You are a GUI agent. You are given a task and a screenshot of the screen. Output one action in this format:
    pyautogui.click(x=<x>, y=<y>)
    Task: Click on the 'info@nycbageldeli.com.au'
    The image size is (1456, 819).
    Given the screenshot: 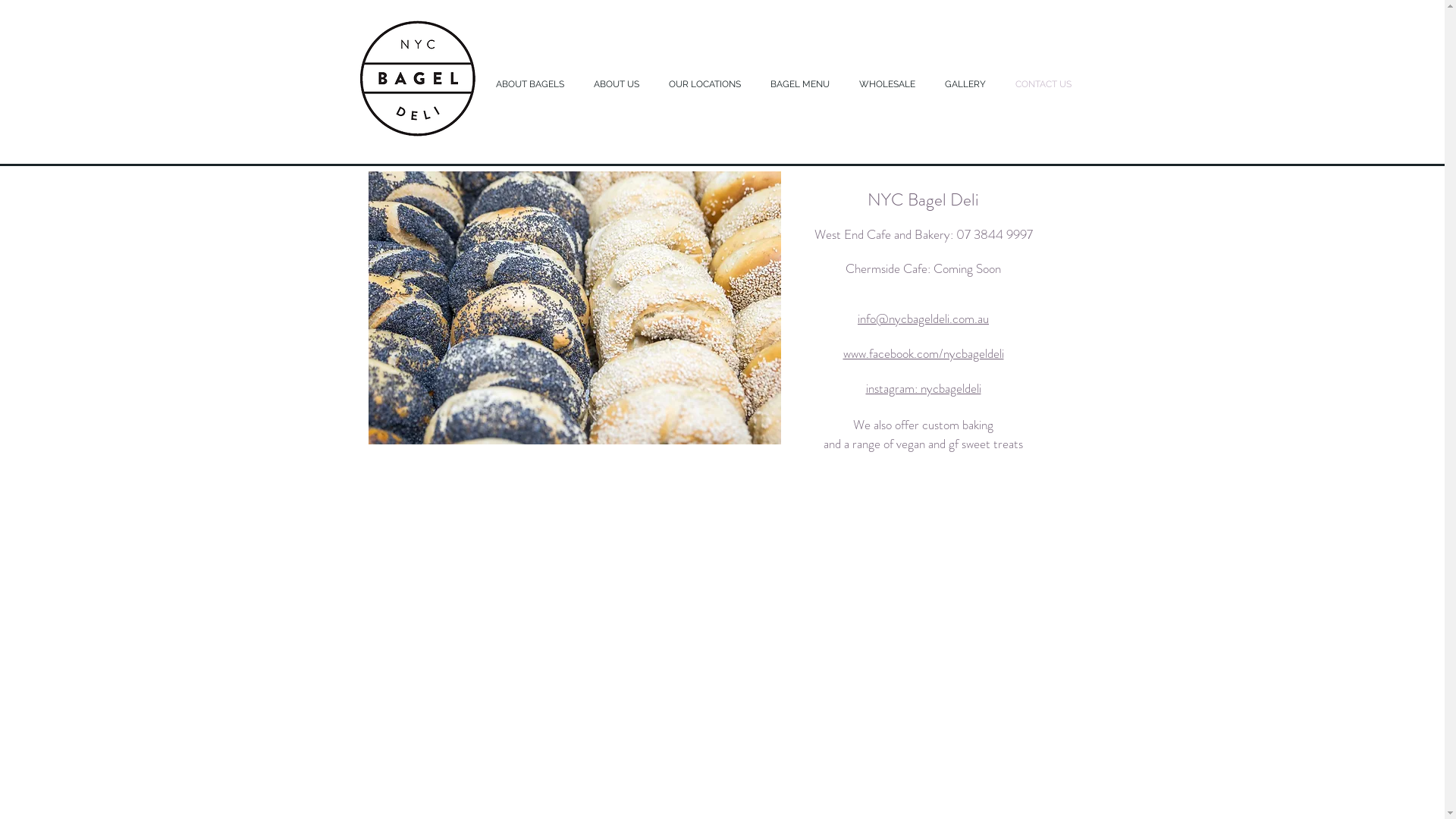 What is the action you would take?
    pyautogui.click(x=922, y=318)
    